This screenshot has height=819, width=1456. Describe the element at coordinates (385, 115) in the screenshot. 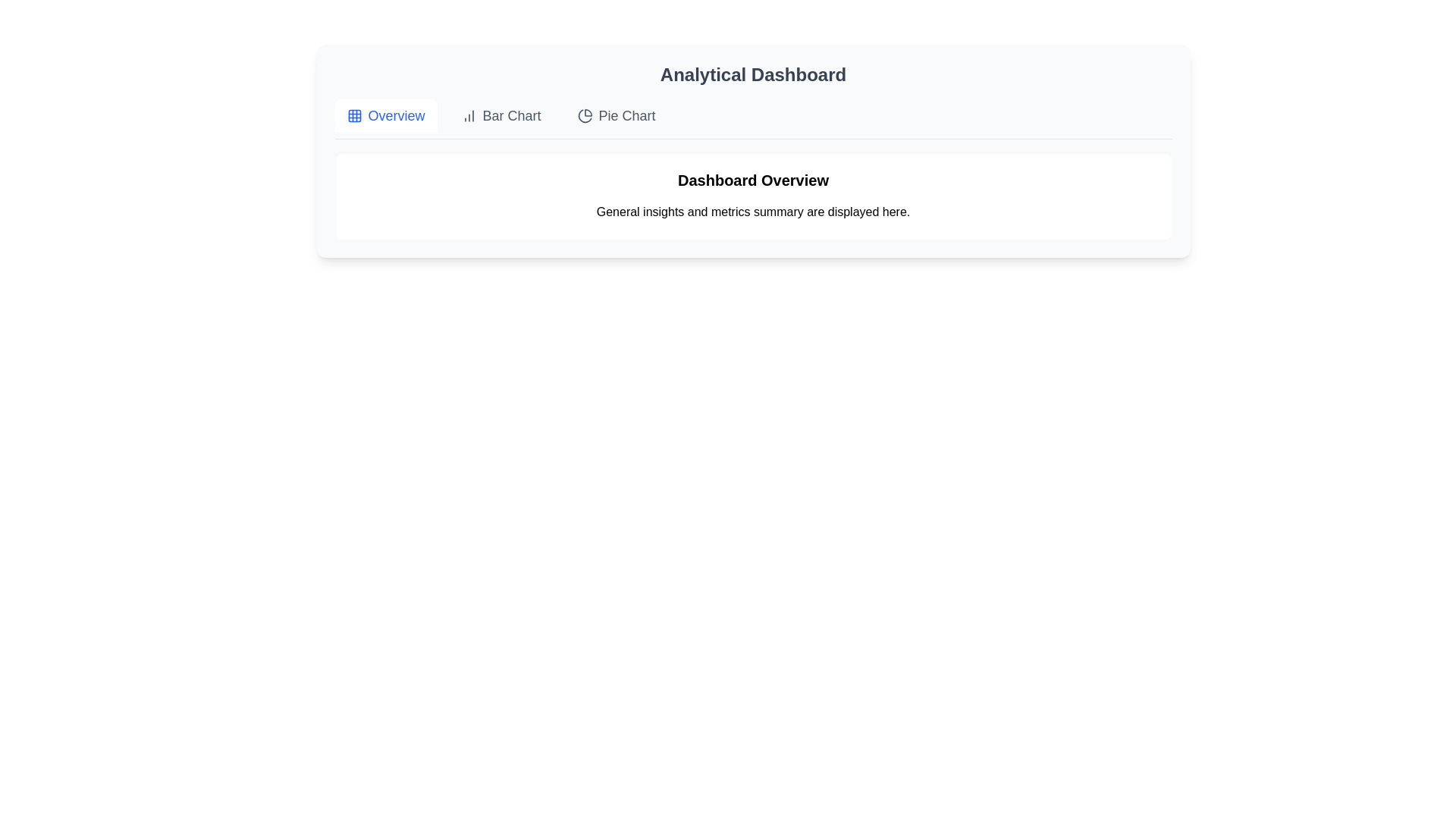

I see `the active 'Overview' Navigation Tab, which has a grid icon and is styled with light blue text and a white background` at that location.